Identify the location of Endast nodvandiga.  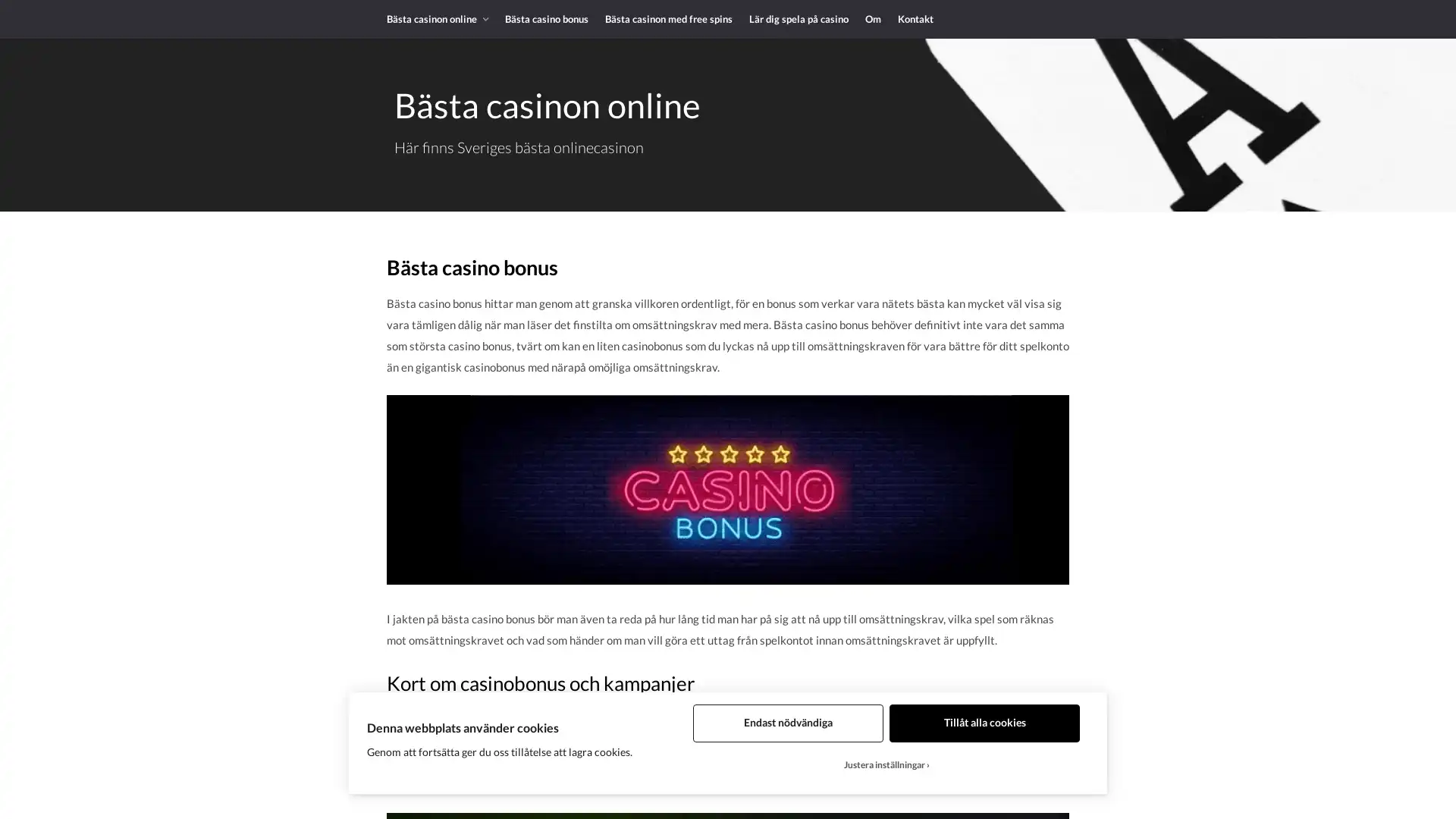
(788, 722).